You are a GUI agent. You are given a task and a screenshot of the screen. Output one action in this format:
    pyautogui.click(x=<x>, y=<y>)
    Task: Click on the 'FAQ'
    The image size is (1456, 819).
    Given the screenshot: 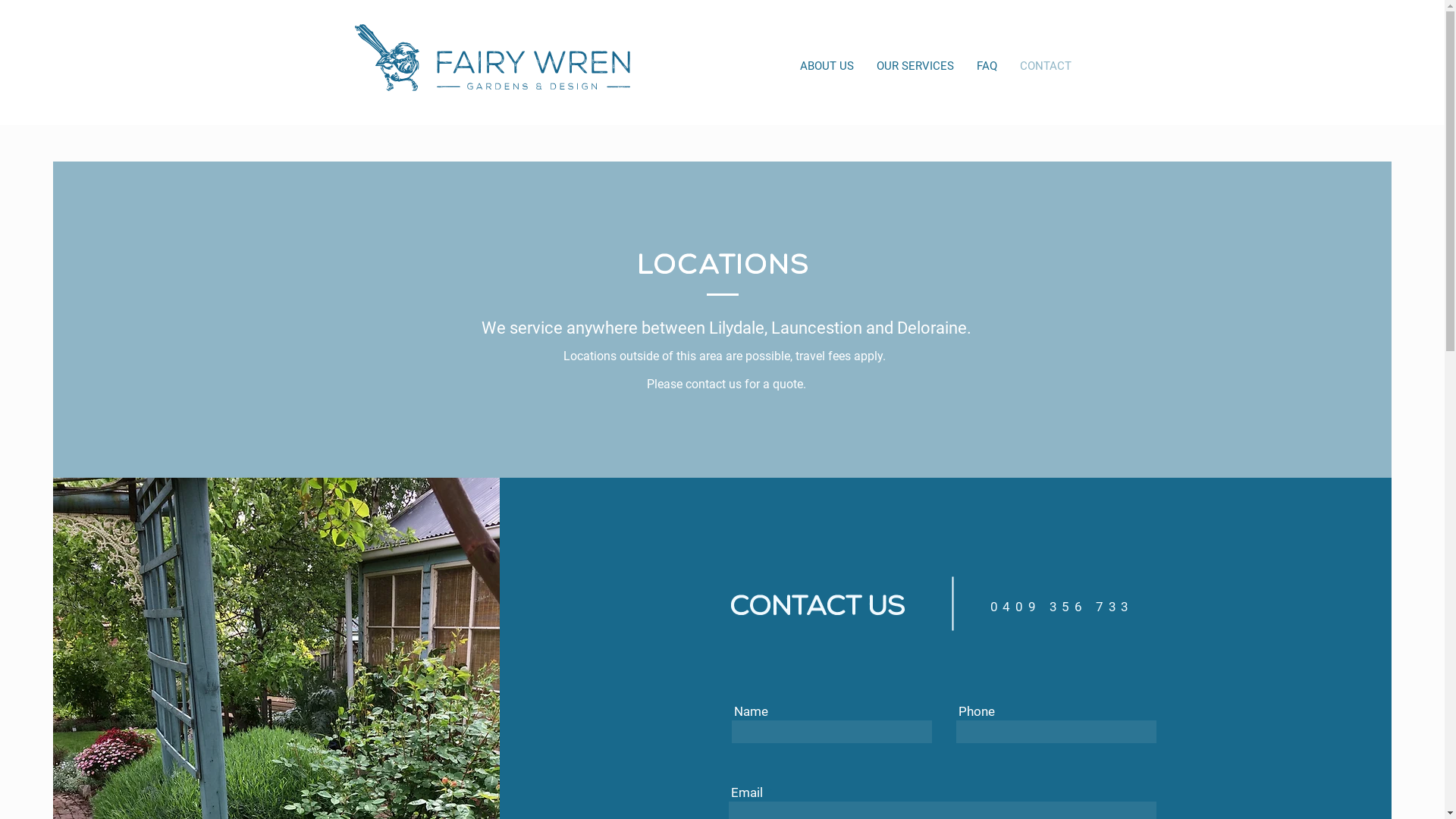 What is the action you would take?
    pyautogui.click(x=987, y=65)
    